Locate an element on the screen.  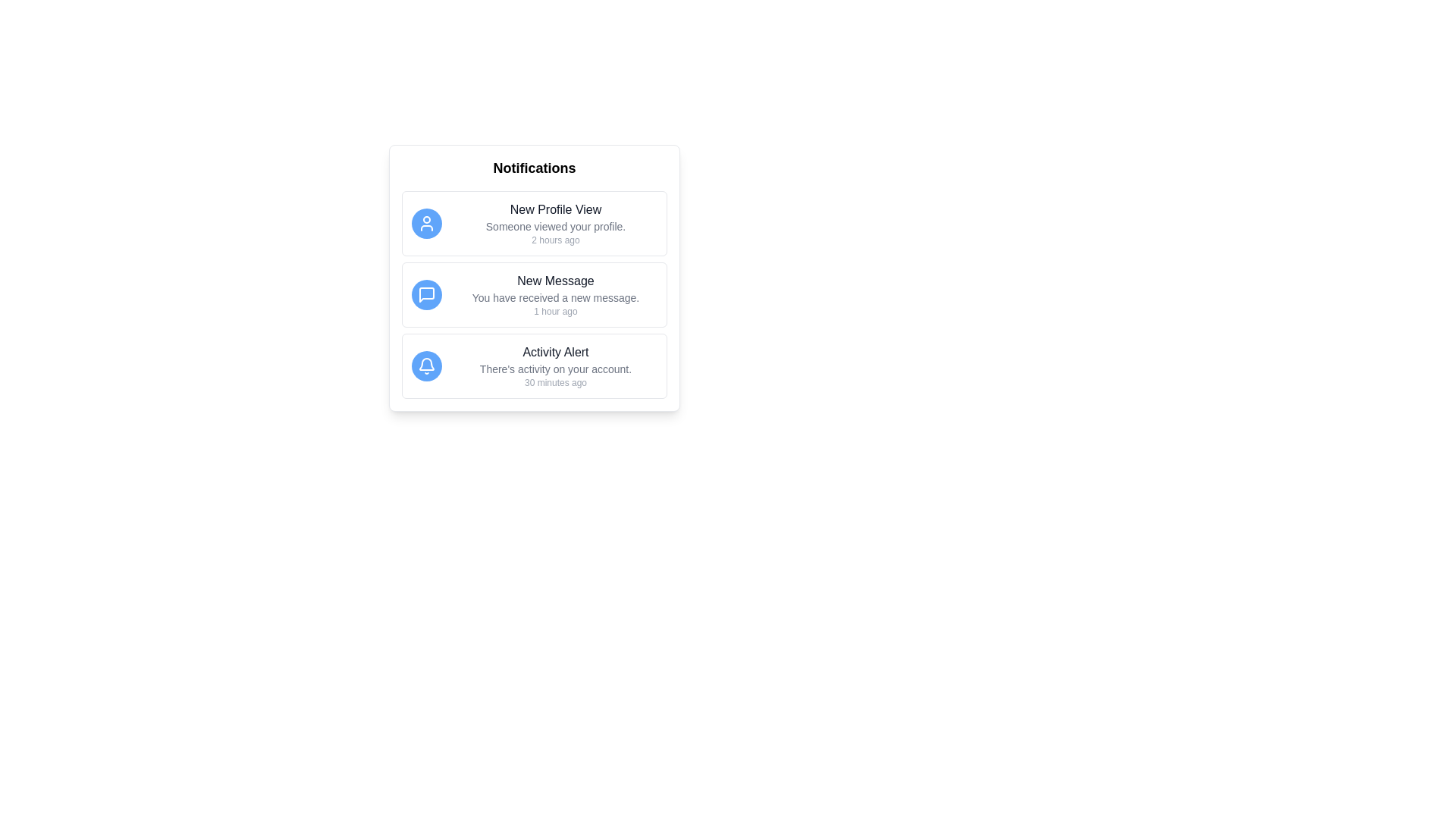
the notification bell icon, which is styled with a black outline on a circular blue background is located at coordinates (425, 366).